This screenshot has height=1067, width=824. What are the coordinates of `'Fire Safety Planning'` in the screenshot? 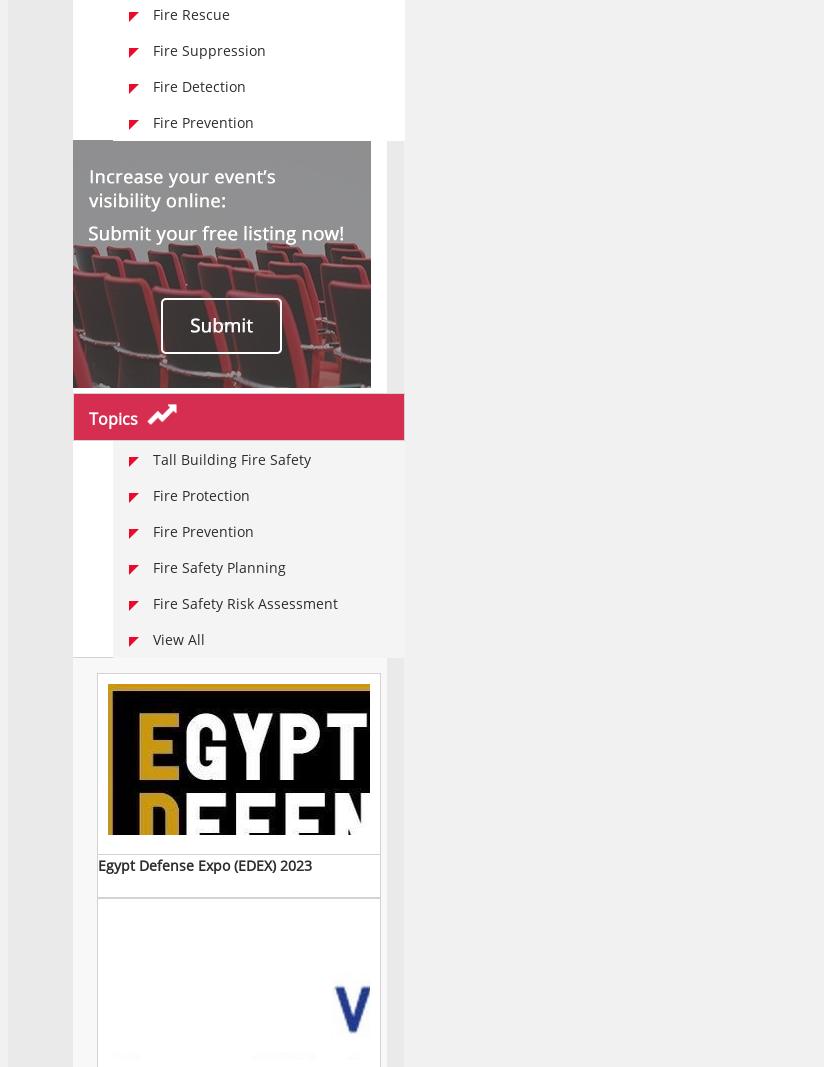 It's located at (152, 567).